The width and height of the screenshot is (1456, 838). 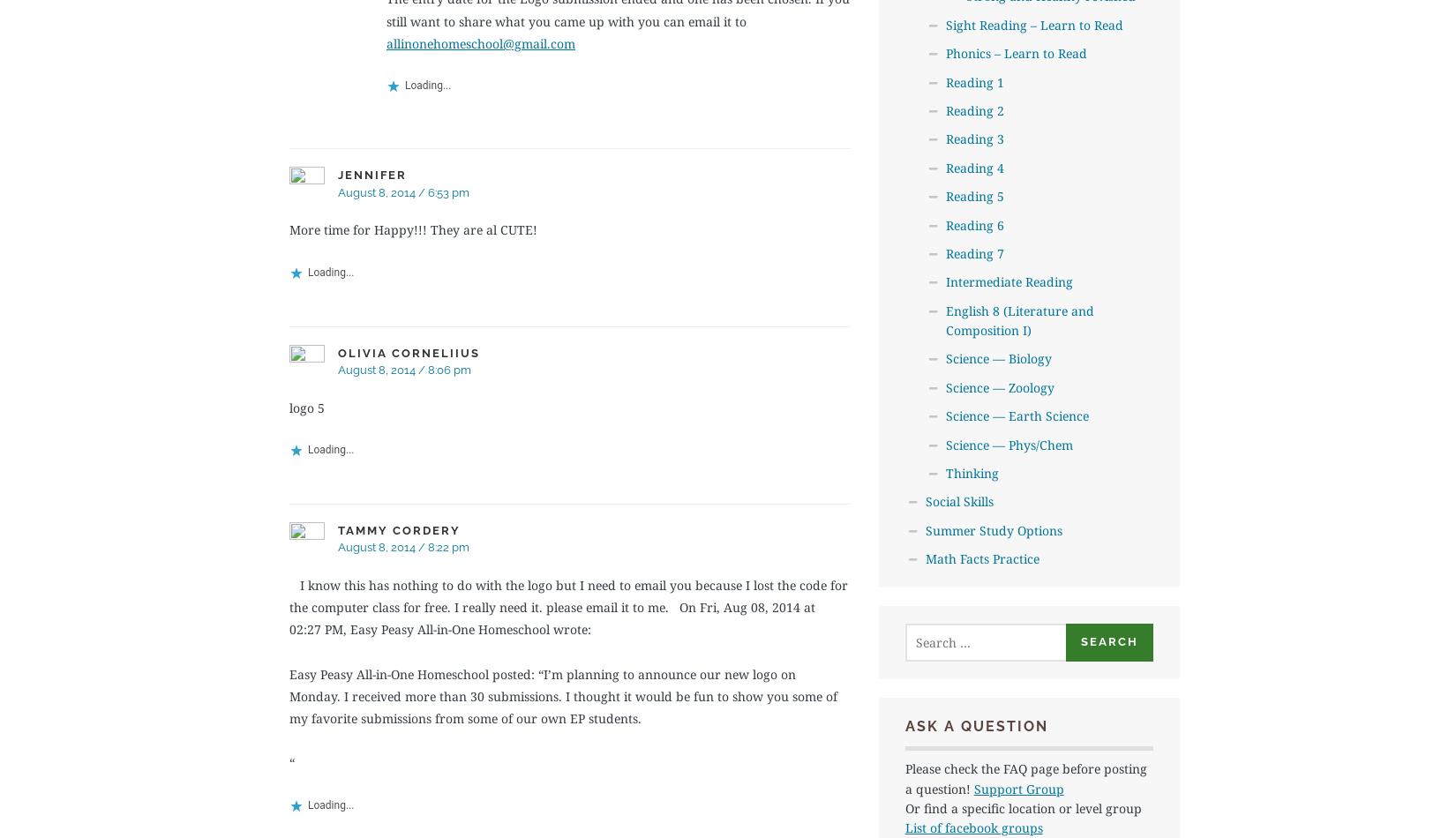 What do you see at coordinates (945, 223) in the screenshot?
I see `'Reading 6'` at bounding box center [945, 223].